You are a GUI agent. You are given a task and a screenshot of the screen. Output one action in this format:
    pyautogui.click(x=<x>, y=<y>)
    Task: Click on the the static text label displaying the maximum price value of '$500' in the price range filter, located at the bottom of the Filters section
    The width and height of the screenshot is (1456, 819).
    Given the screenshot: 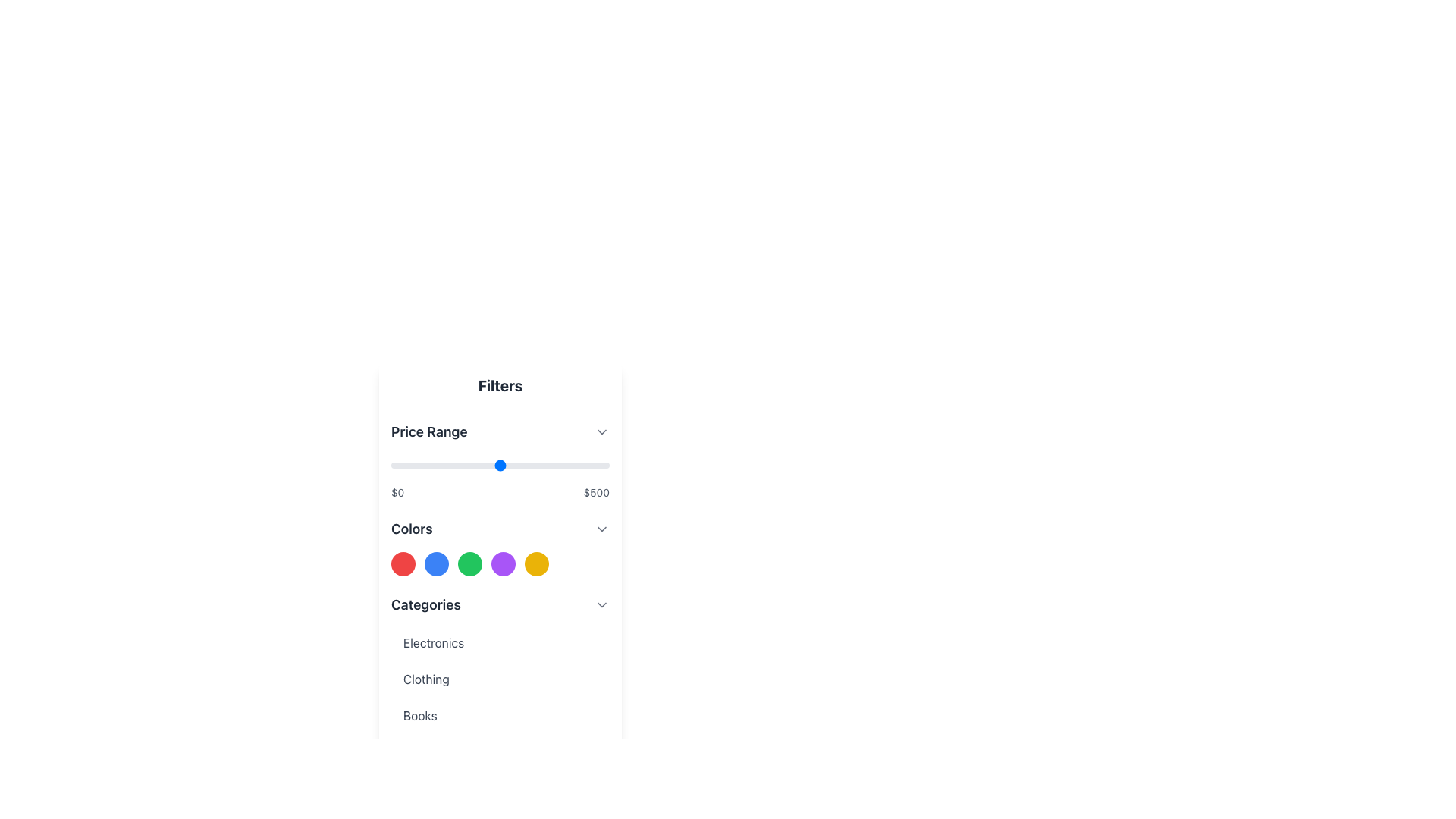 What is the action you would take?
    pyautogui.click(x=595, y=493)
    